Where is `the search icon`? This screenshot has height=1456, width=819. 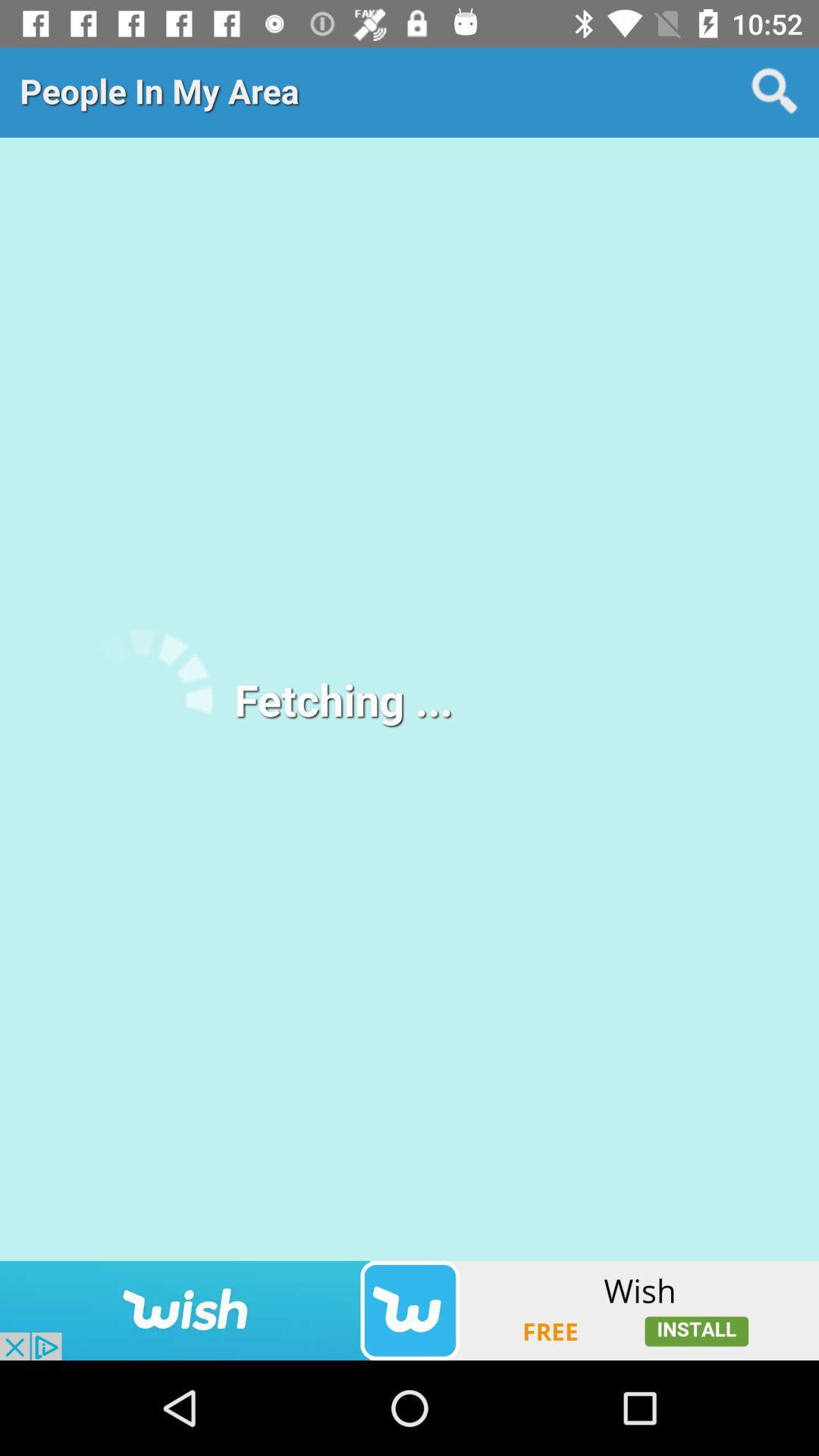 the search icon is located at coordinates (774, 91).